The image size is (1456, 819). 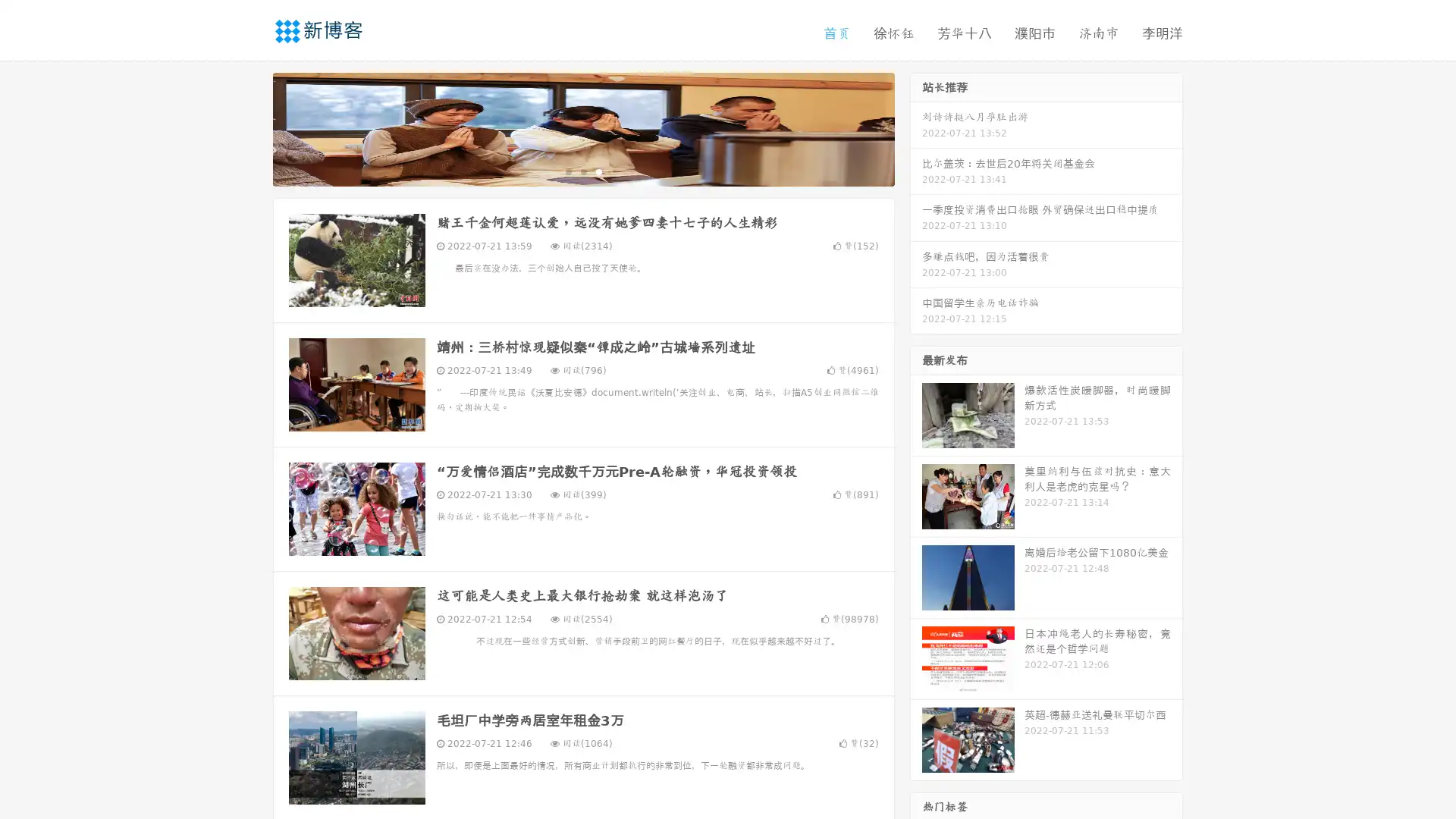 What do you see at coordinates (916, 127) in the screenshot?
I see `Next slide` at bounding box center [916, 127].